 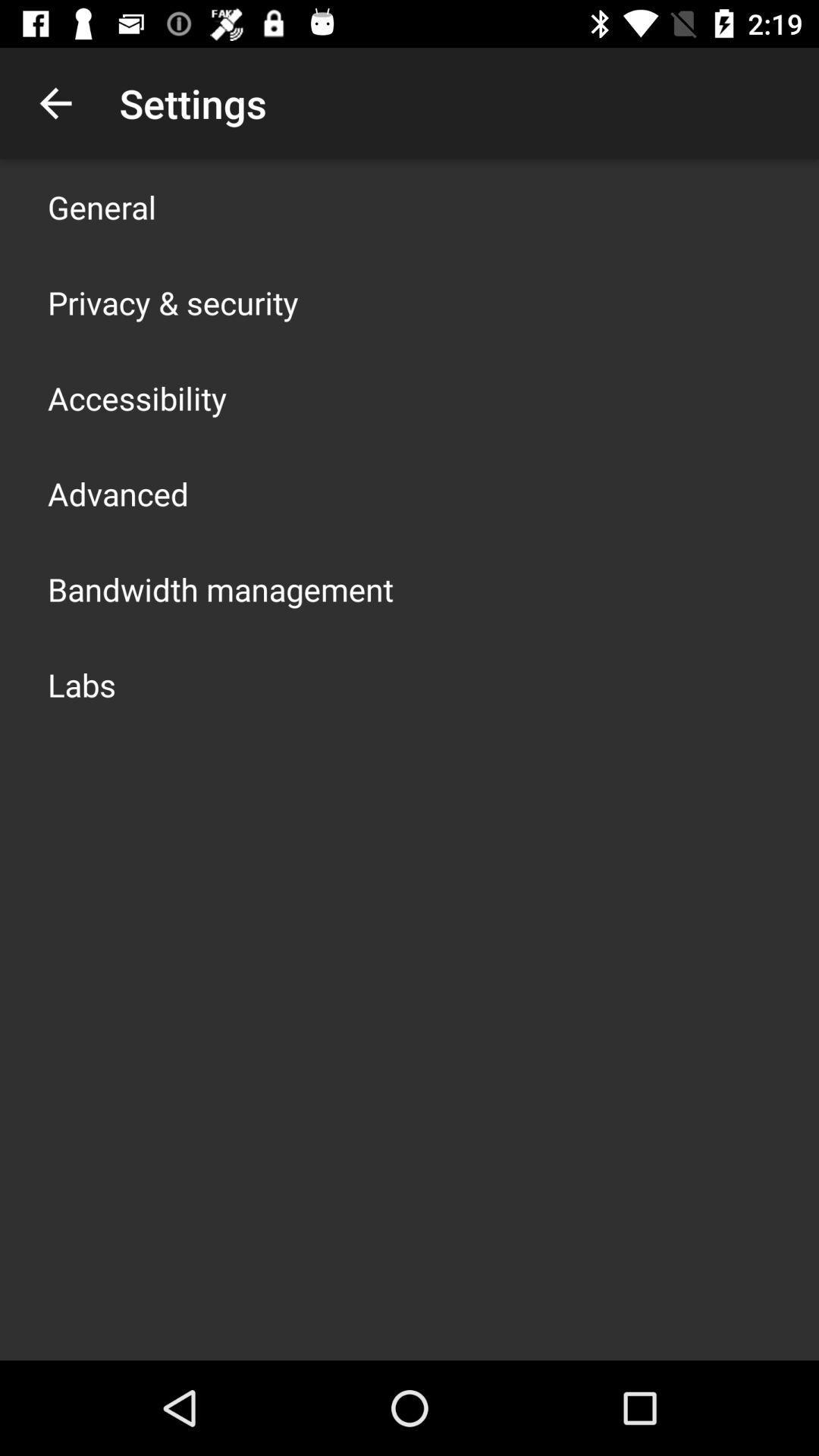 I want to click on the labs icon, so click(x=82, y=683).